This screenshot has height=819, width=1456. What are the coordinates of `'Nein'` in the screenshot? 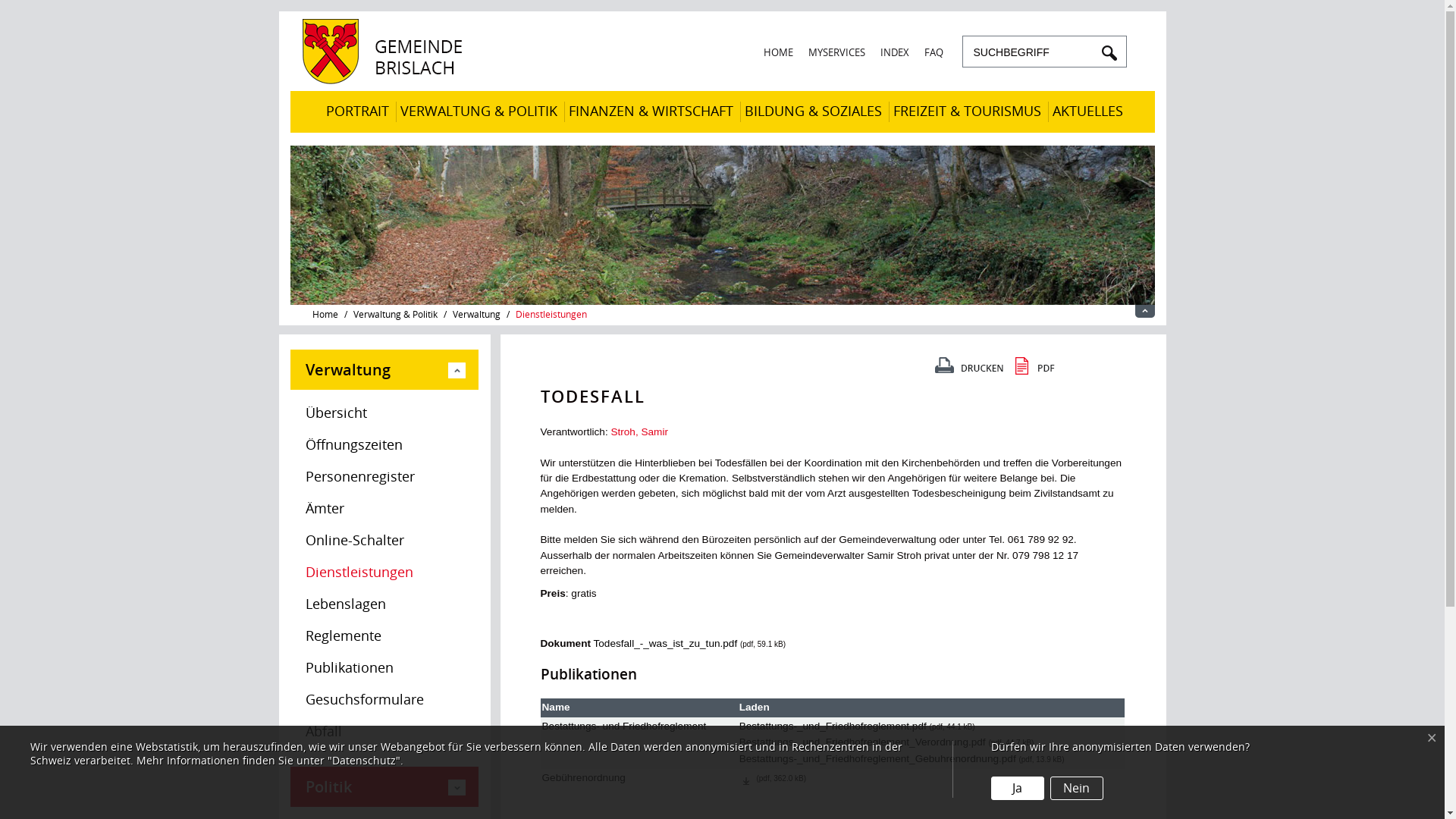 It's located at (1050, 787).